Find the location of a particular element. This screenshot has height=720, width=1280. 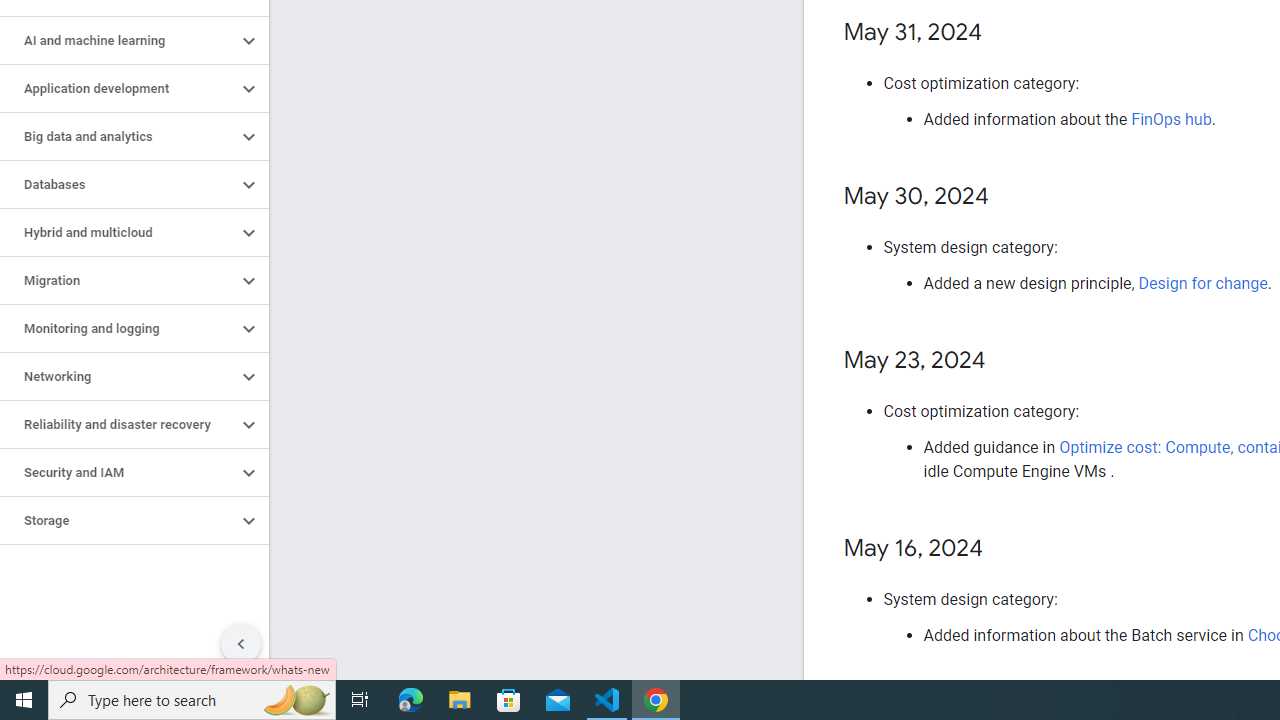

'Security and IAM' is located at coordinates (117, 473).